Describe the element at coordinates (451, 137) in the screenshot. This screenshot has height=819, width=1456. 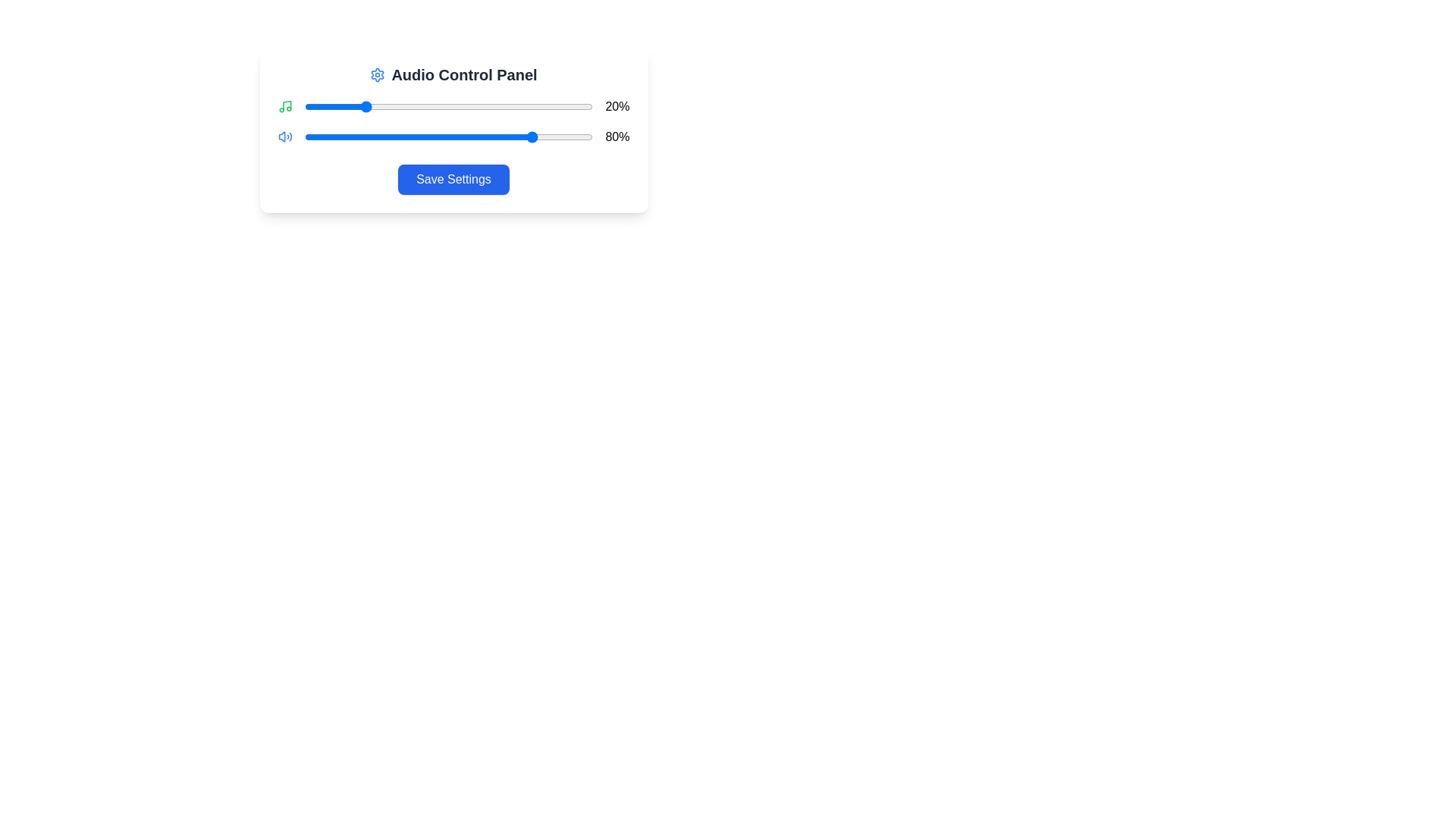
I see `the second volume slider to 51%` at that location.